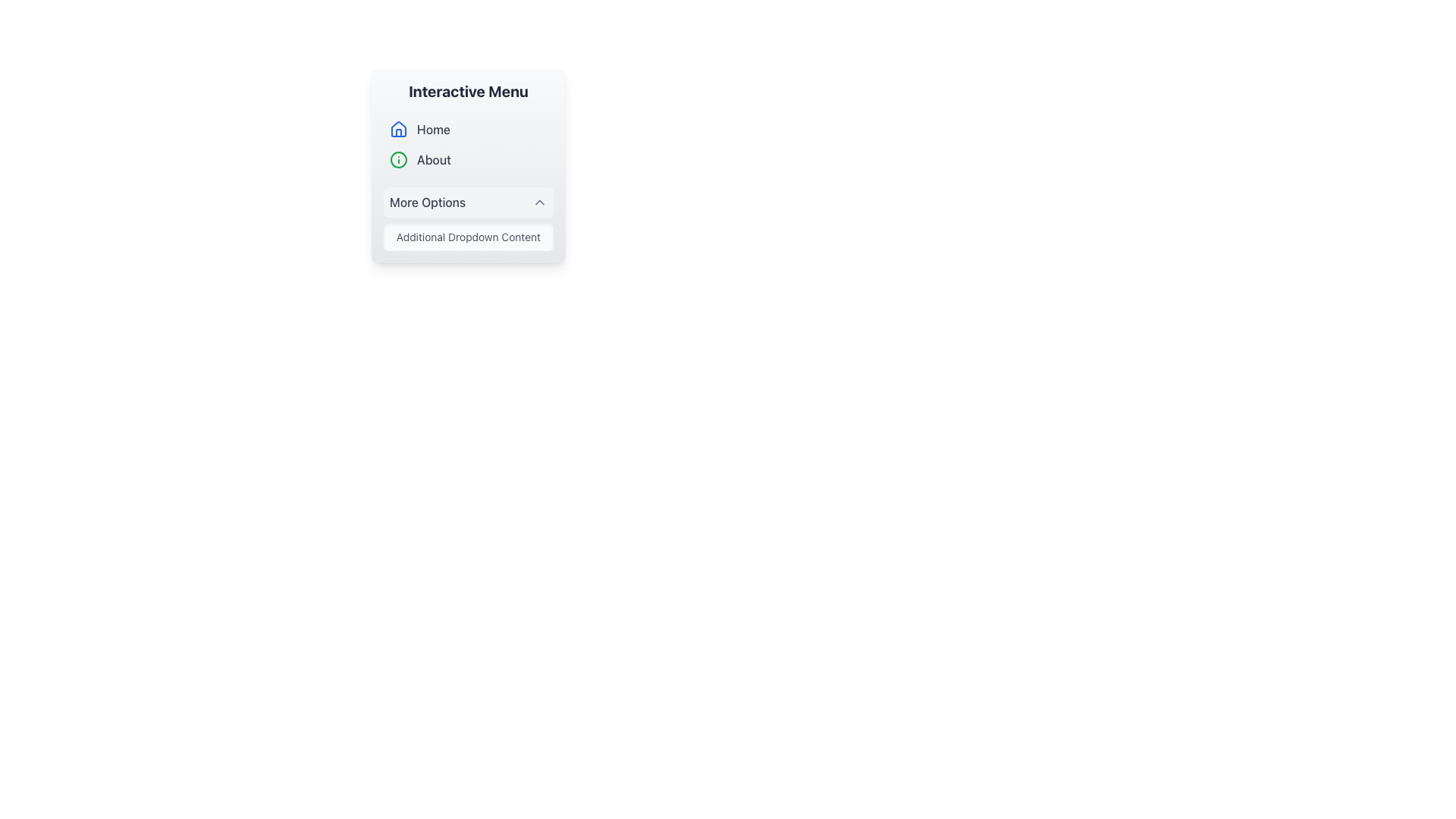 This screenshot has width=1456, height=819. Describe the element at coordinates (539, 201) in the screenshot. I see `the Chevron Icon located at the far right of the 'More Options' button to trigger a tooltip or visual change` at that location.